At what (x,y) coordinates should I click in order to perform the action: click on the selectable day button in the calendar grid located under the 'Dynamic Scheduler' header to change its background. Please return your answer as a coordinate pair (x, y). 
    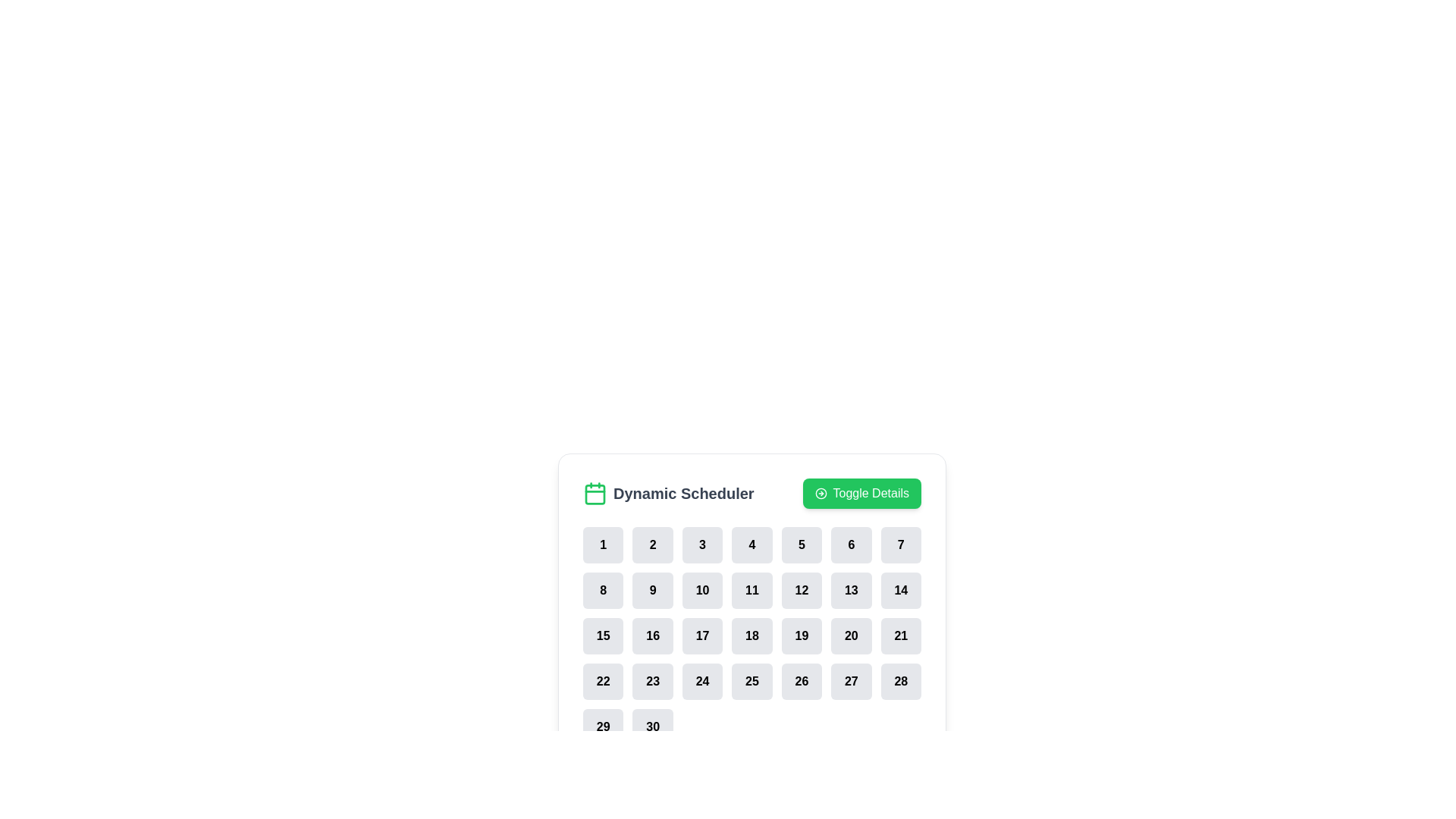
    Looking at the image, I should click on (701, 636).